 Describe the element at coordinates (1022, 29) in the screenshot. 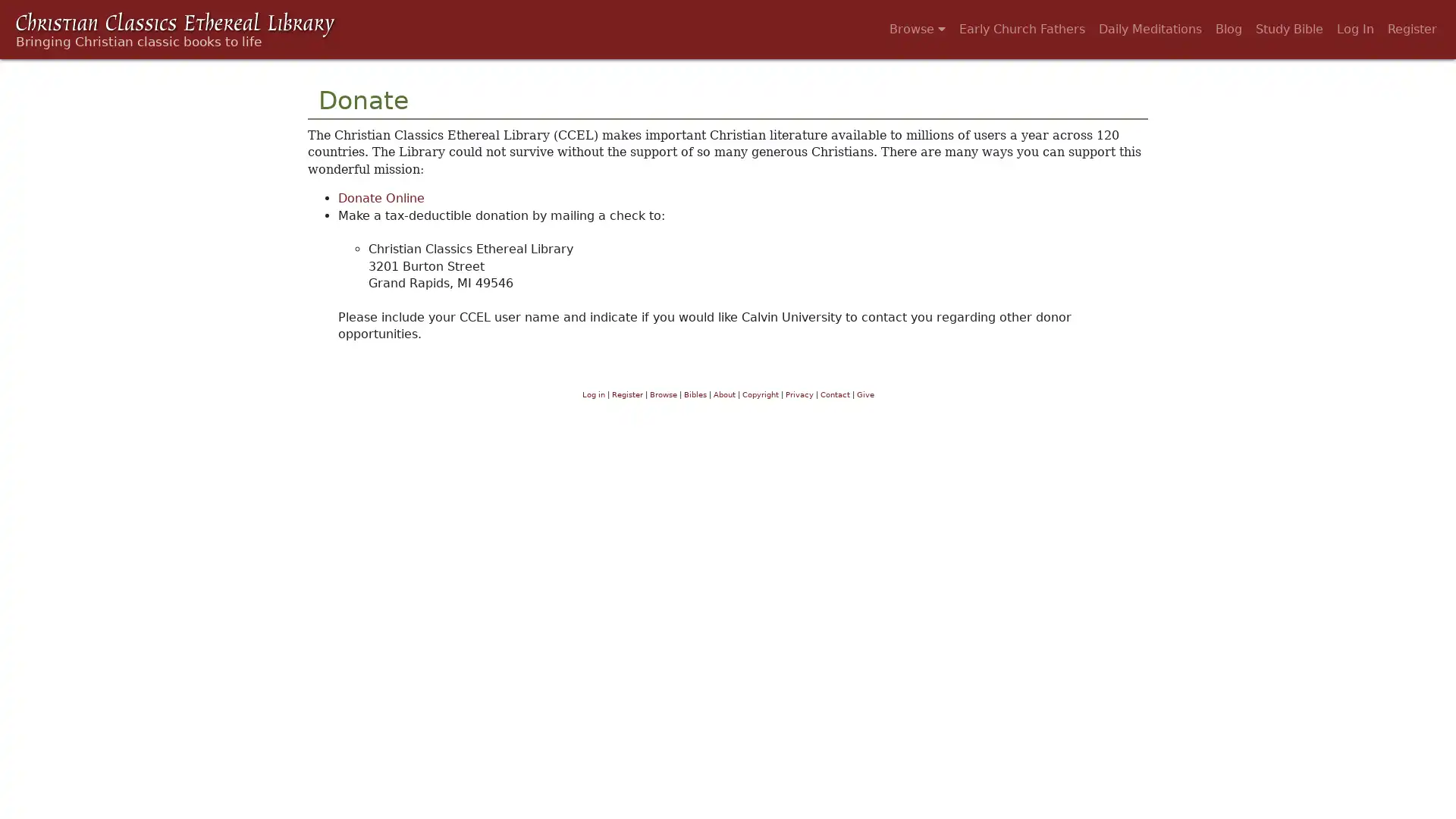

I see `Early Church Fathers` at that location.